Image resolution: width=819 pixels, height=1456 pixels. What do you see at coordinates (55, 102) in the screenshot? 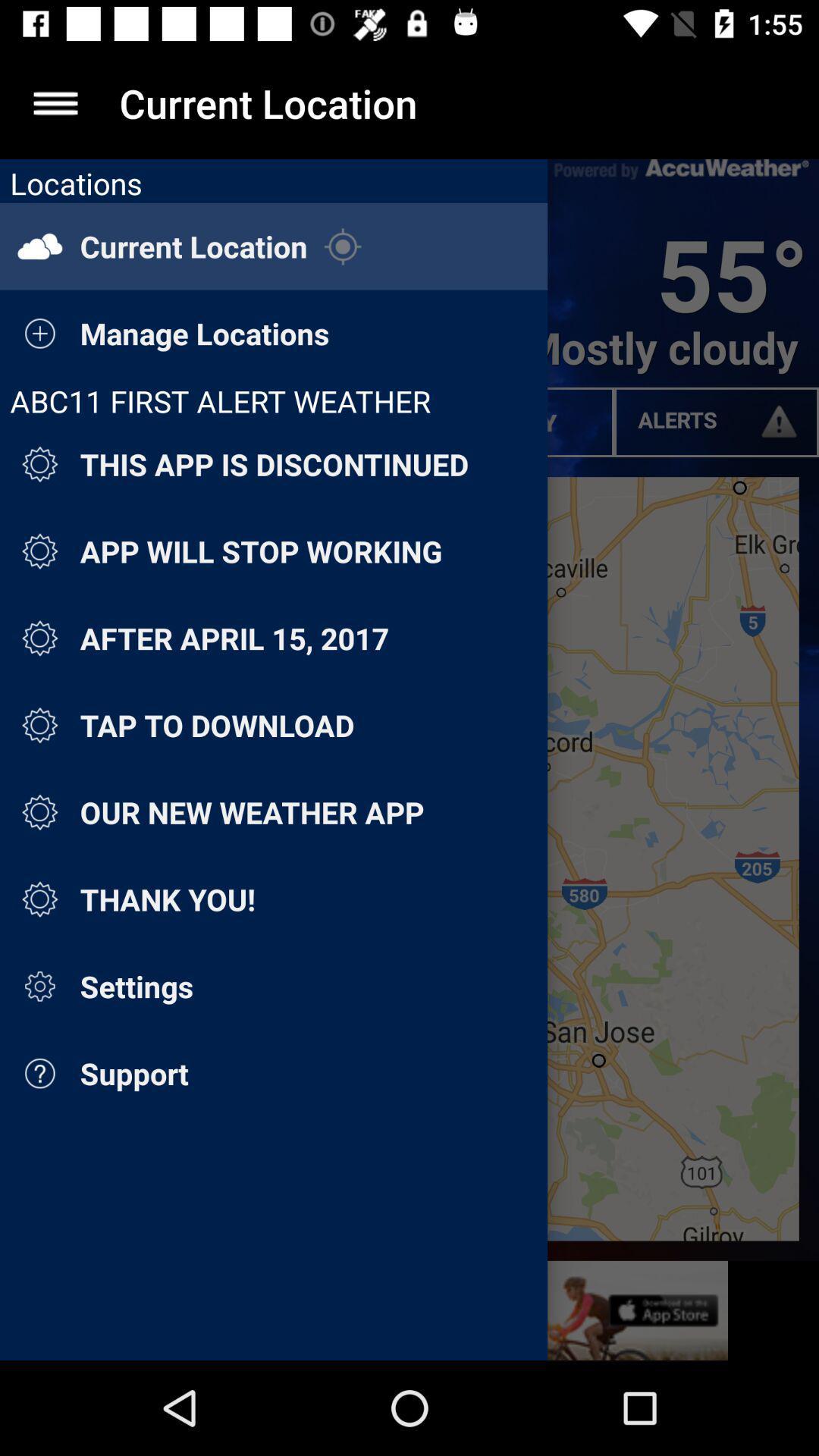
I see `the menu icon` at bounding box center [55, 102].